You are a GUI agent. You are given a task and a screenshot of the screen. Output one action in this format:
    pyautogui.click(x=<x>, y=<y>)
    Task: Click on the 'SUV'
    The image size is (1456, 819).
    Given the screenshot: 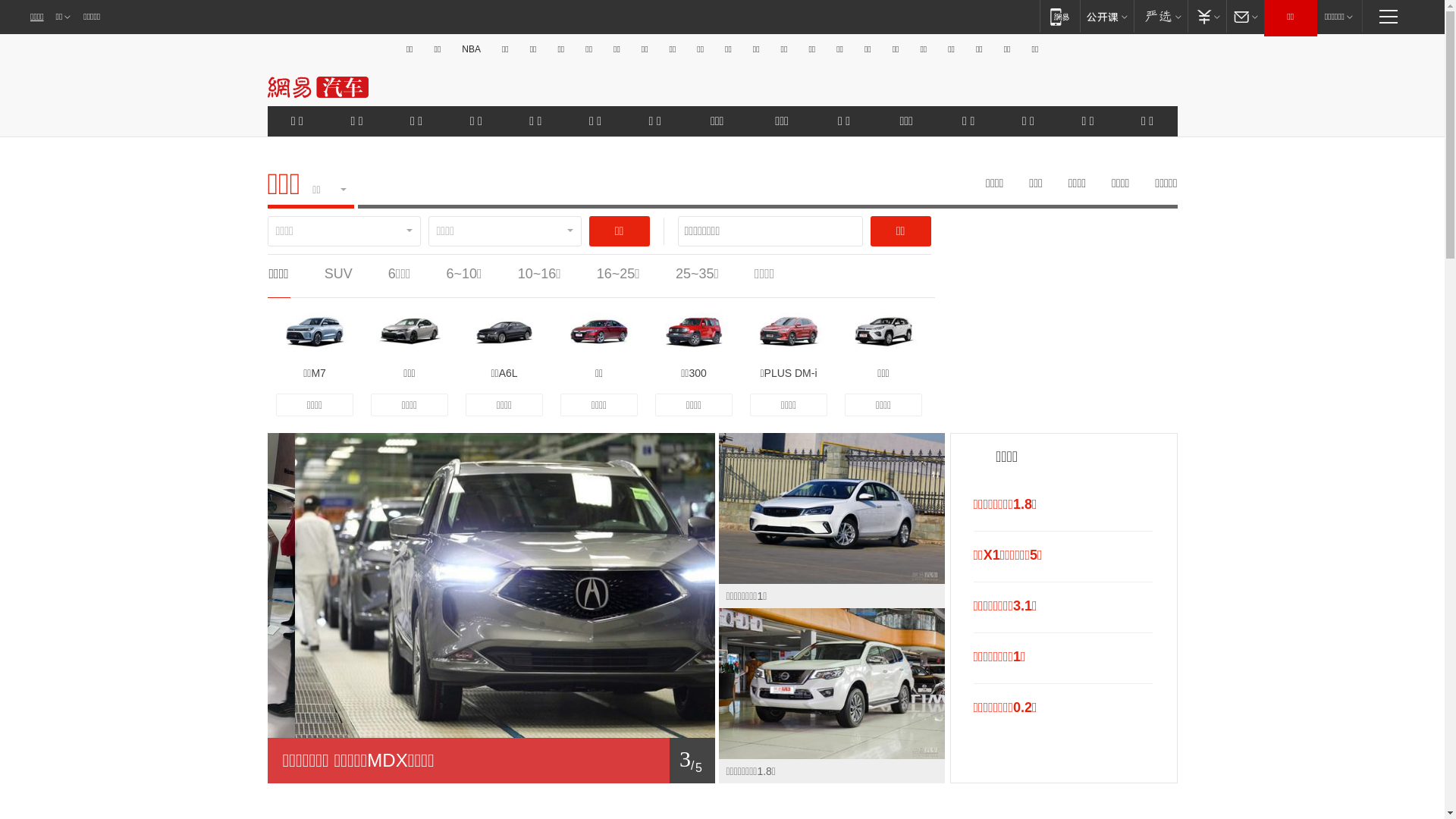 What is the action you would take?
    pyautogui.click(x=337, y=274)
    